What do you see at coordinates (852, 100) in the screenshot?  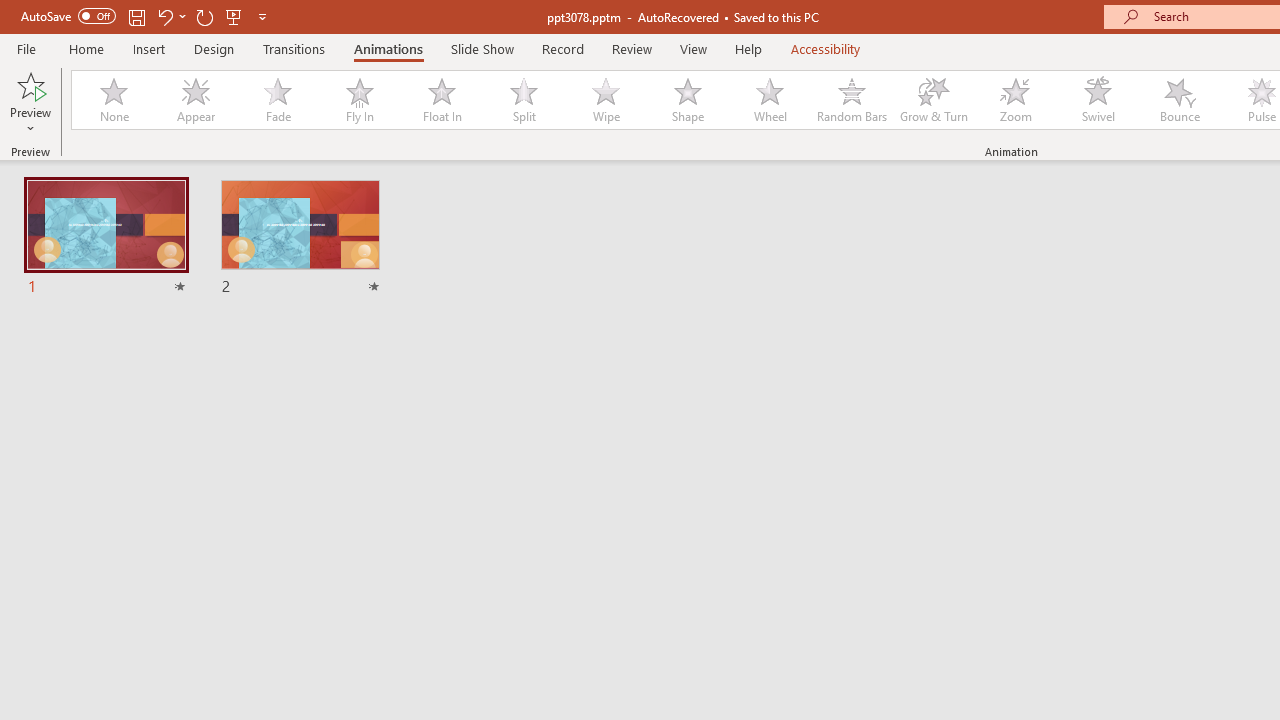 I see `'Random Bars'` at bounding box center [852, 100].